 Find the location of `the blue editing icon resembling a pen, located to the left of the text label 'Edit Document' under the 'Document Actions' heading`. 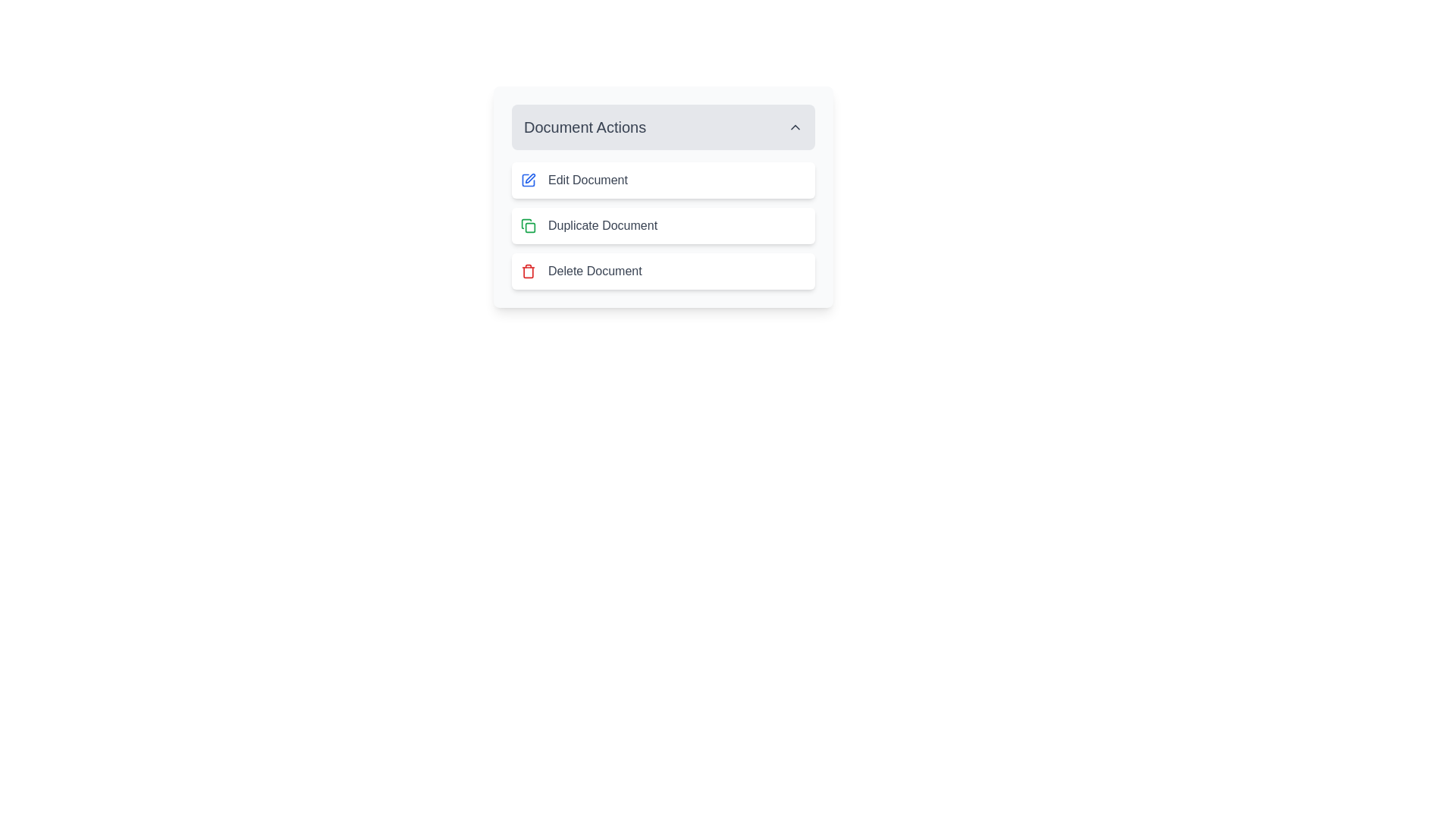

the blue editing icon resembling a pen, located to the left of the text label 'Edit Document' under the 'Document Actions' heading is located at coordinates (528, 180).